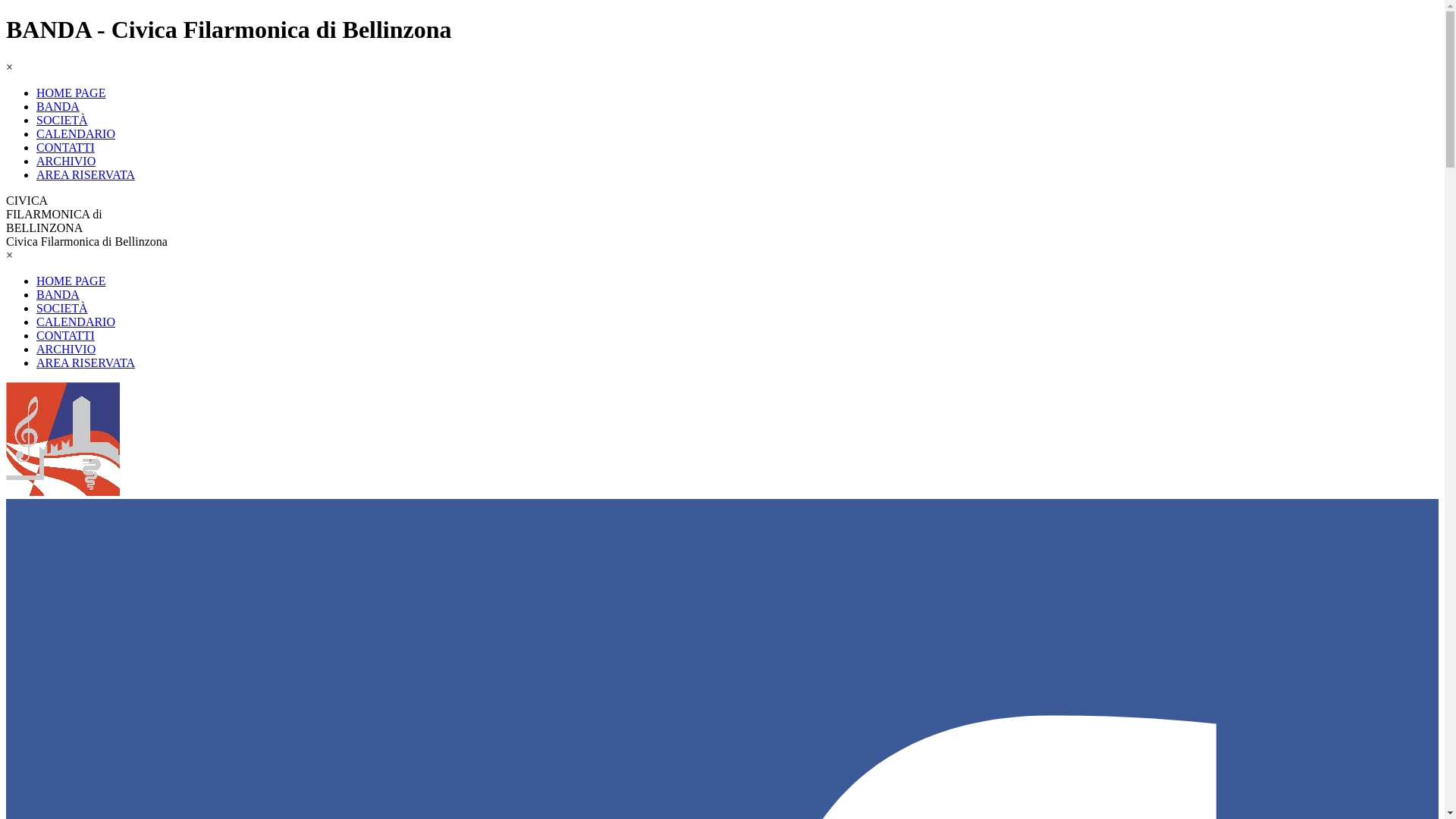 This screenshot has width=1456, height=819. What do you see at coordinates (70, 281) in the screenshot?
I see `'HOME PAGE'` at bounding box center [70, 281].